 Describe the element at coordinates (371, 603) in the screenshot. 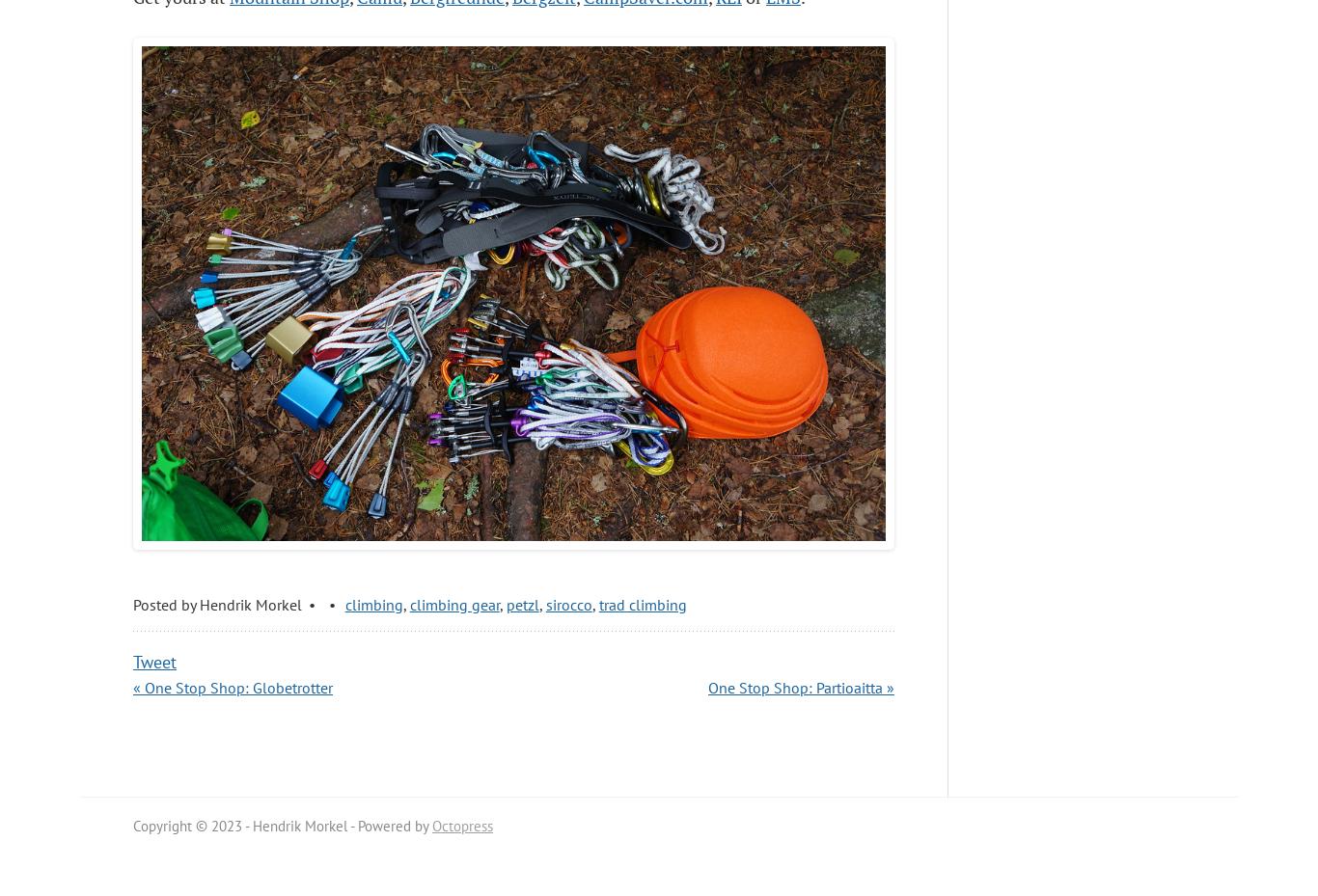

I see `'climbing'` at that location.